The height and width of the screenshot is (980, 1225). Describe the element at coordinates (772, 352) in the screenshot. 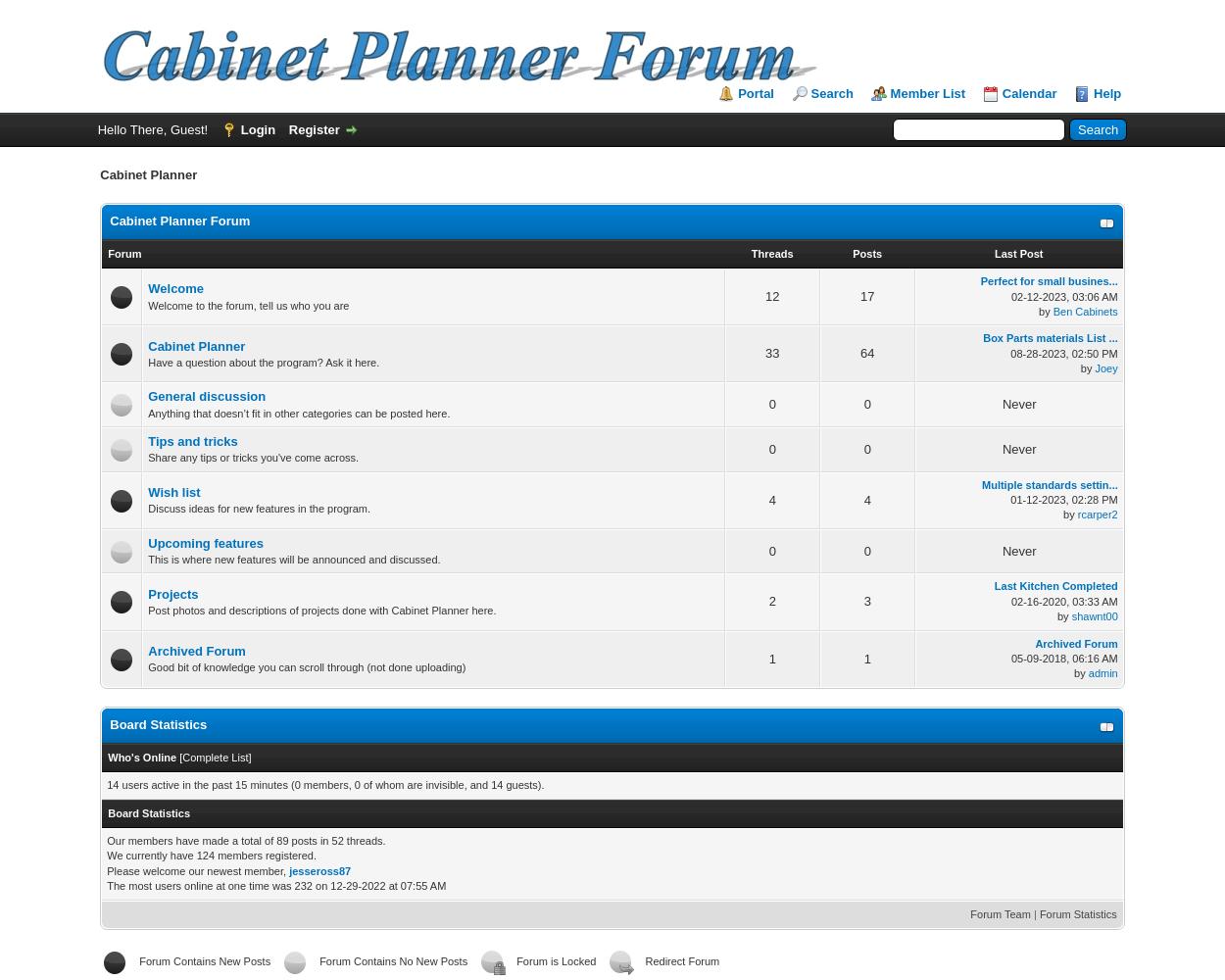

I see `'33'` at that location.